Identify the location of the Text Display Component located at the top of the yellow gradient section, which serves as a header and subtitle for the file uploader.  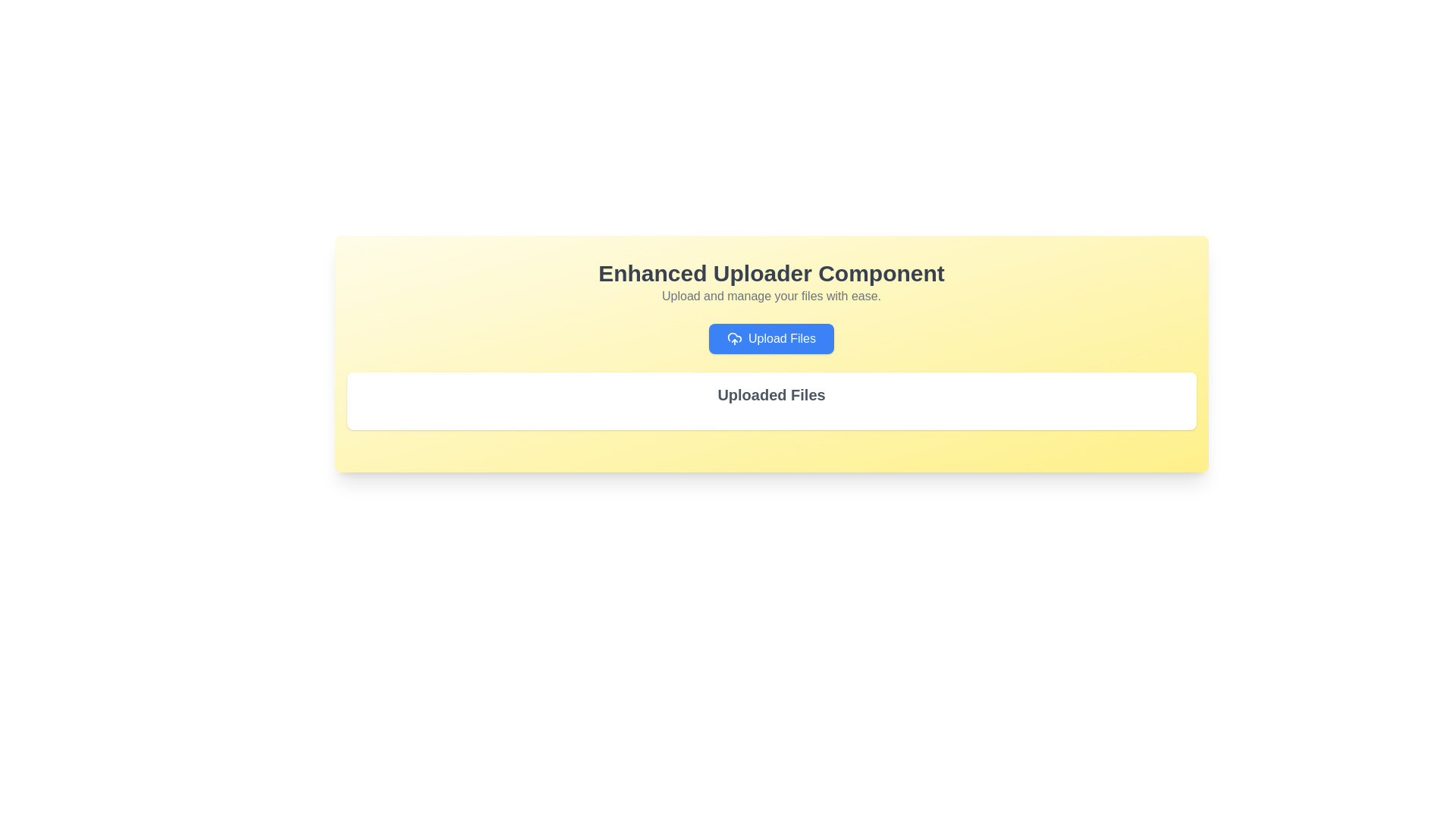
(771, 283).